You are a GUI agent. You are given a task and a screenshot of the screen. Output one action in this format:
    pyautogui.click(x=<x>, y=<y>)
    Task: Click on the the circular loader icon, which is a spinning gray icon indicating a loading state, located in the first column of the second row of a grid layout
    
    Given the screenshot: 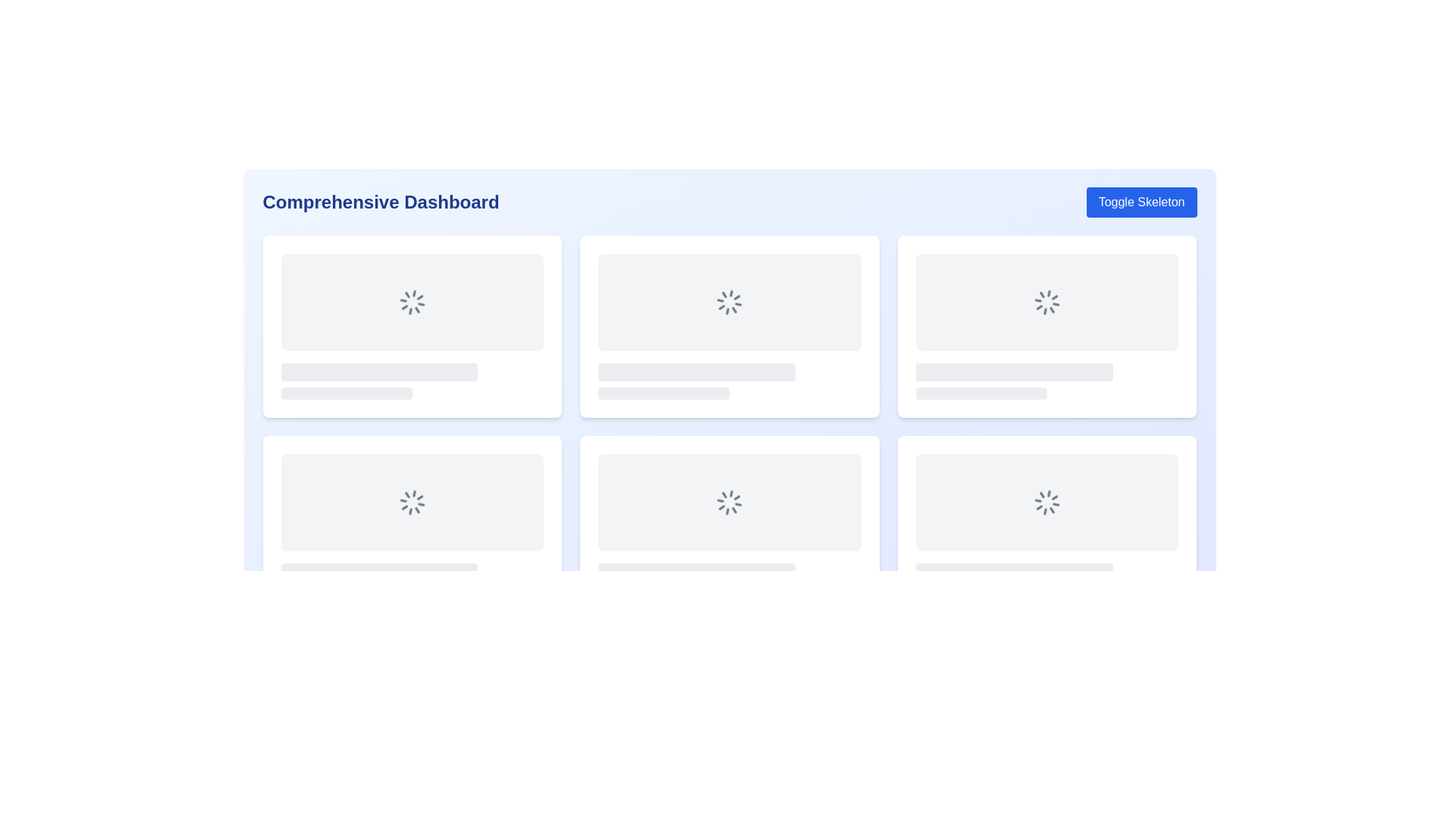 What is the action you would take?
    pyautogui.click(x=412, y=503)
    